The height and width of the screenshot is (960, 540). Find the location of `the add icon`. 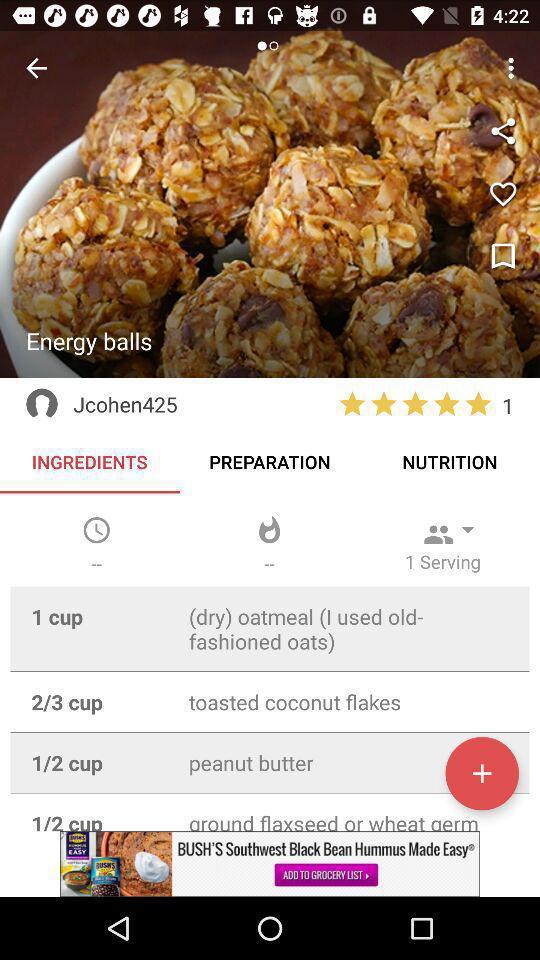

the add icon is located at coordinates (481, 772).